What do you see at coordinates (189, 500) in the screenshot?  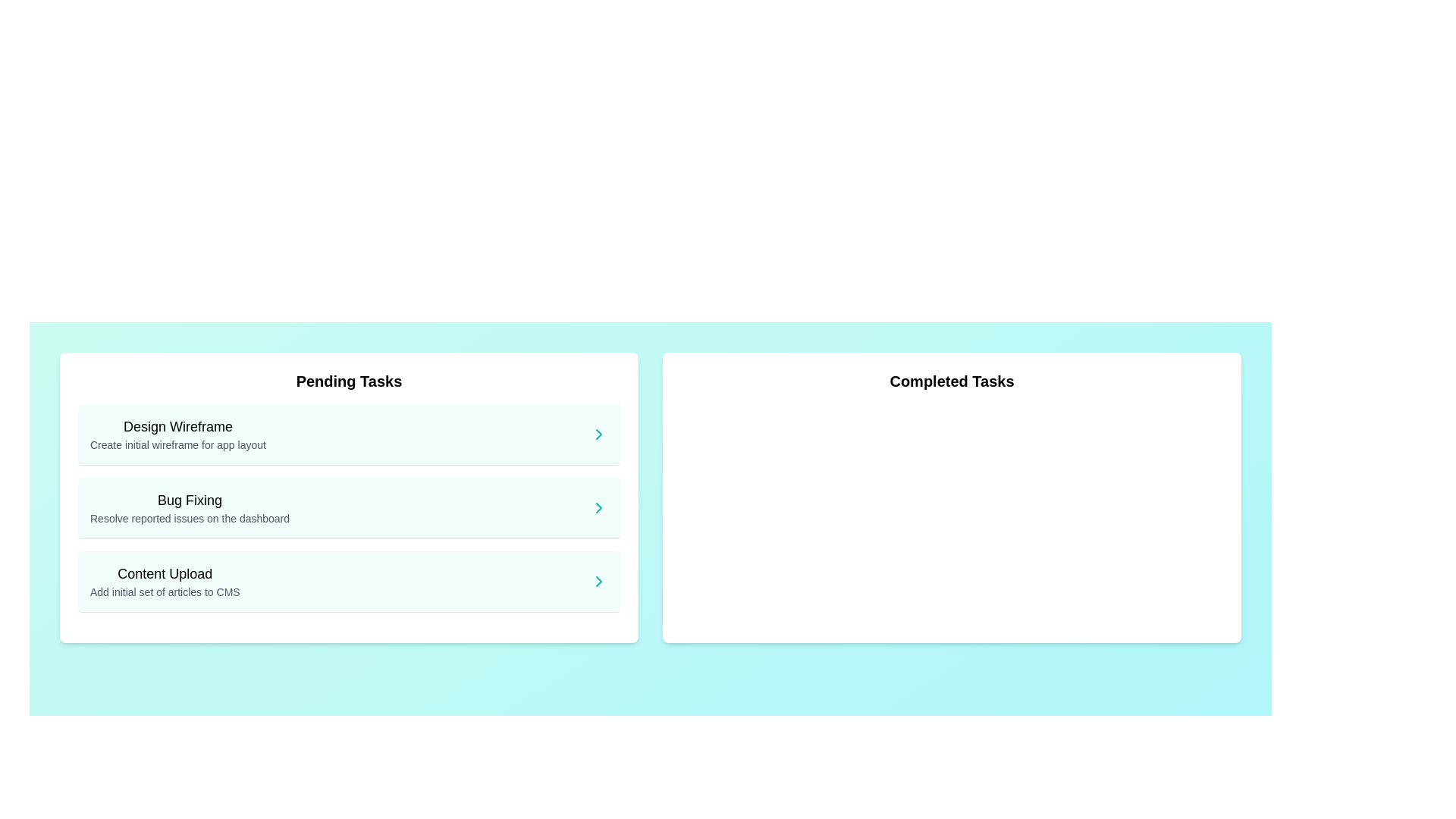 I see `the 'Bug Fixing' text label located in the second card under the 'Pending Tasks' section, positioned above the description text` at bounding box center [189, 500].